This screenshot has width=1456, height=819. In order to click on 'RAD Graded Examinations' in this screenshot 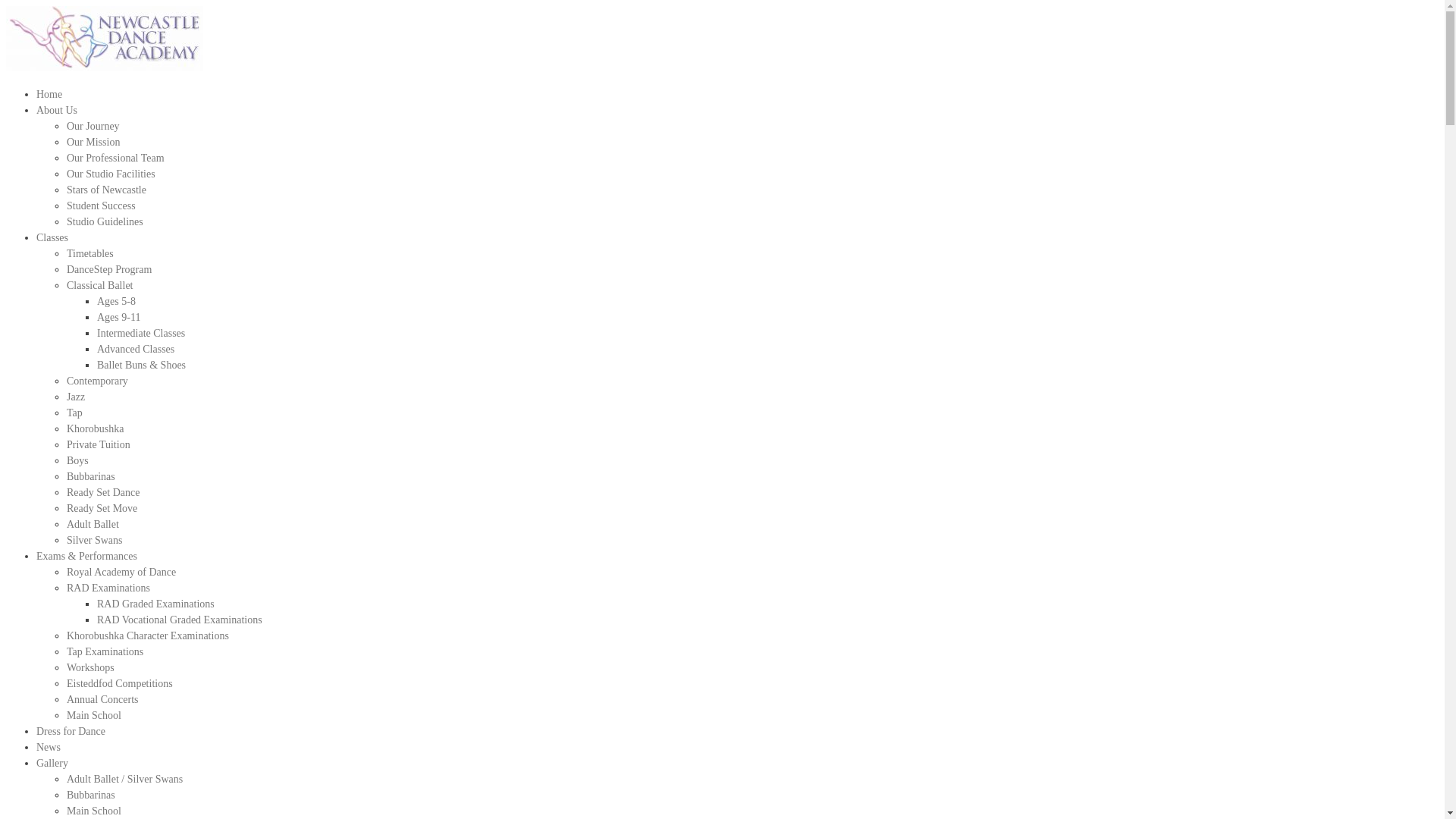, I will do `click(155, 603)`.